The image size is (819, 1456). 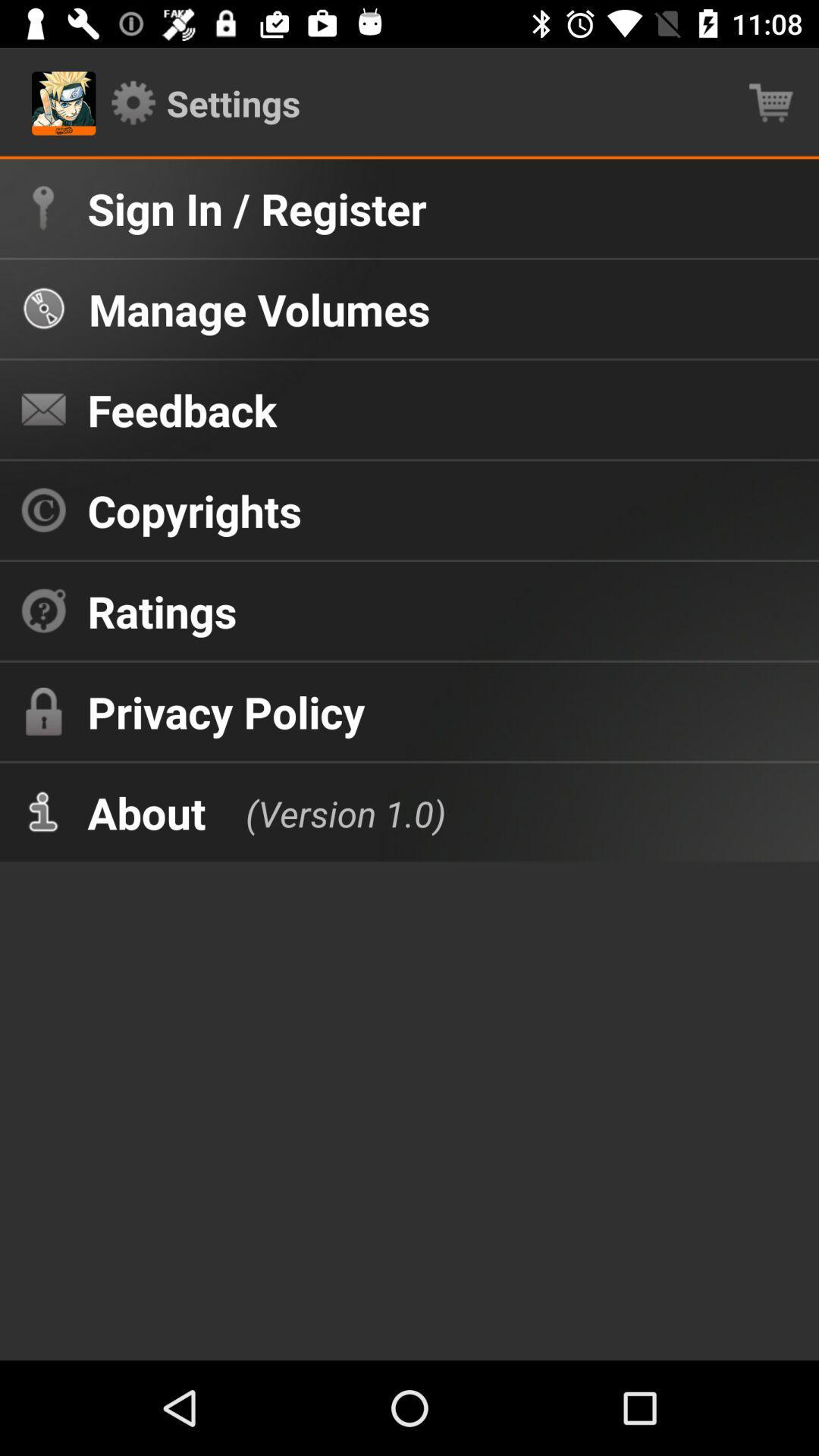 I want to click on the privacy policy item, so click(x=226, y=711).